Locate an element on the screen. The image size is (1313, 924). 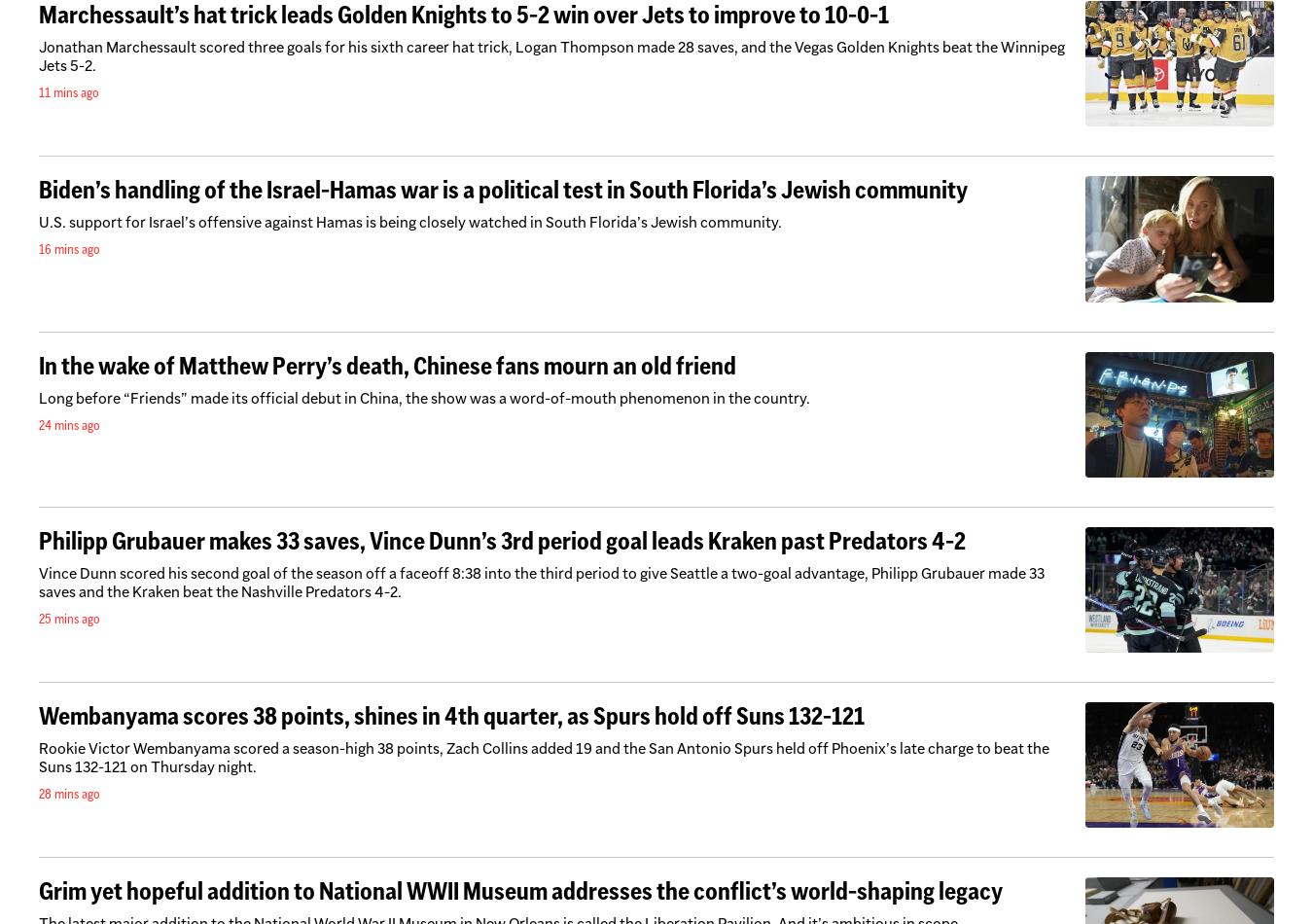
'Jonathan Marchessault scored three goals for his sixth career hat trick, Logan Thompson made 28 saves, and the Vegas Golden Knights beat the Winnipeg Jets 5-2.' is located at coordinates (551, 56).